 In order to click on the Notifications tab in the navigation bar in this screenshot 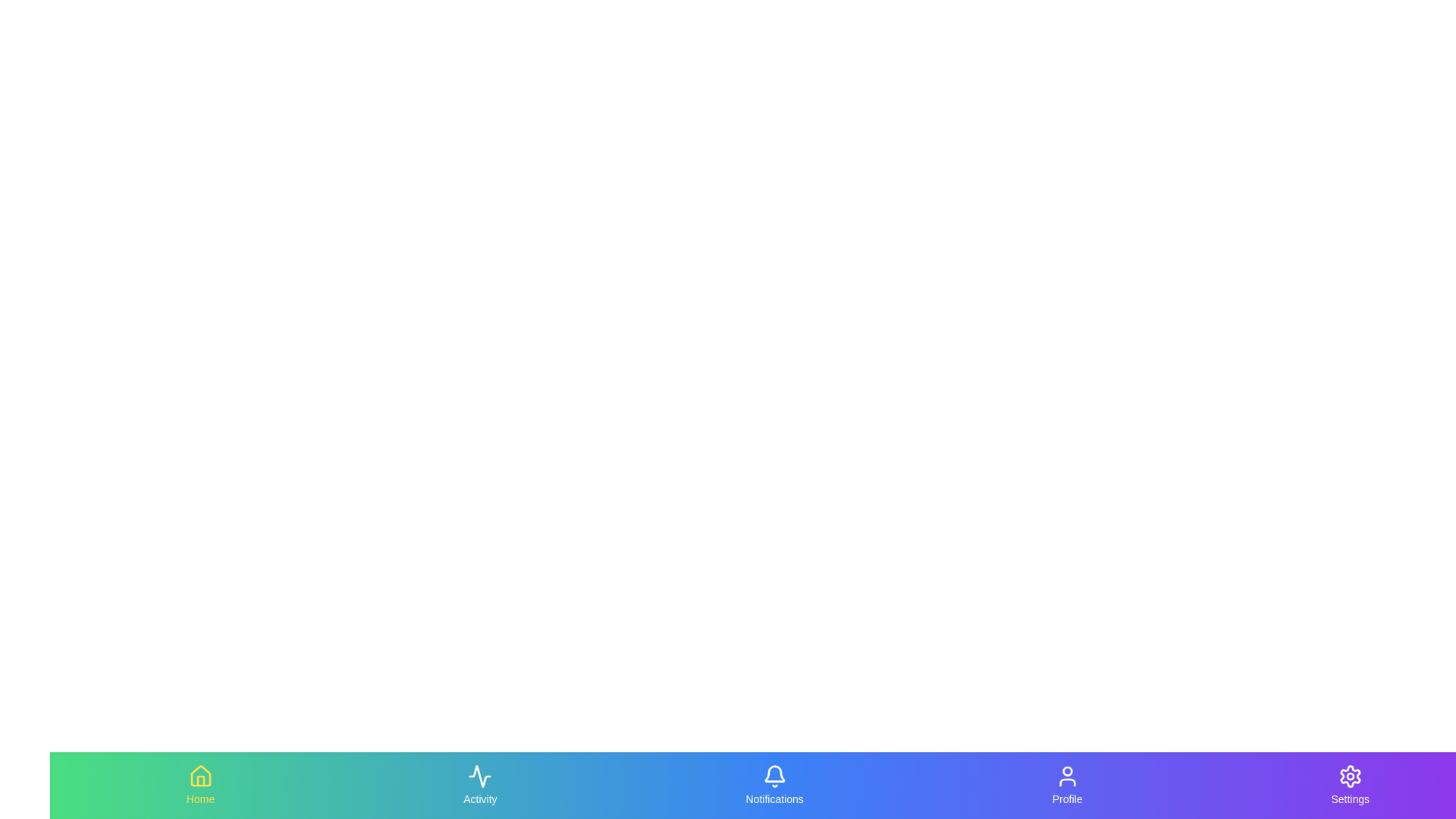, I will do `click(774, 785)`.